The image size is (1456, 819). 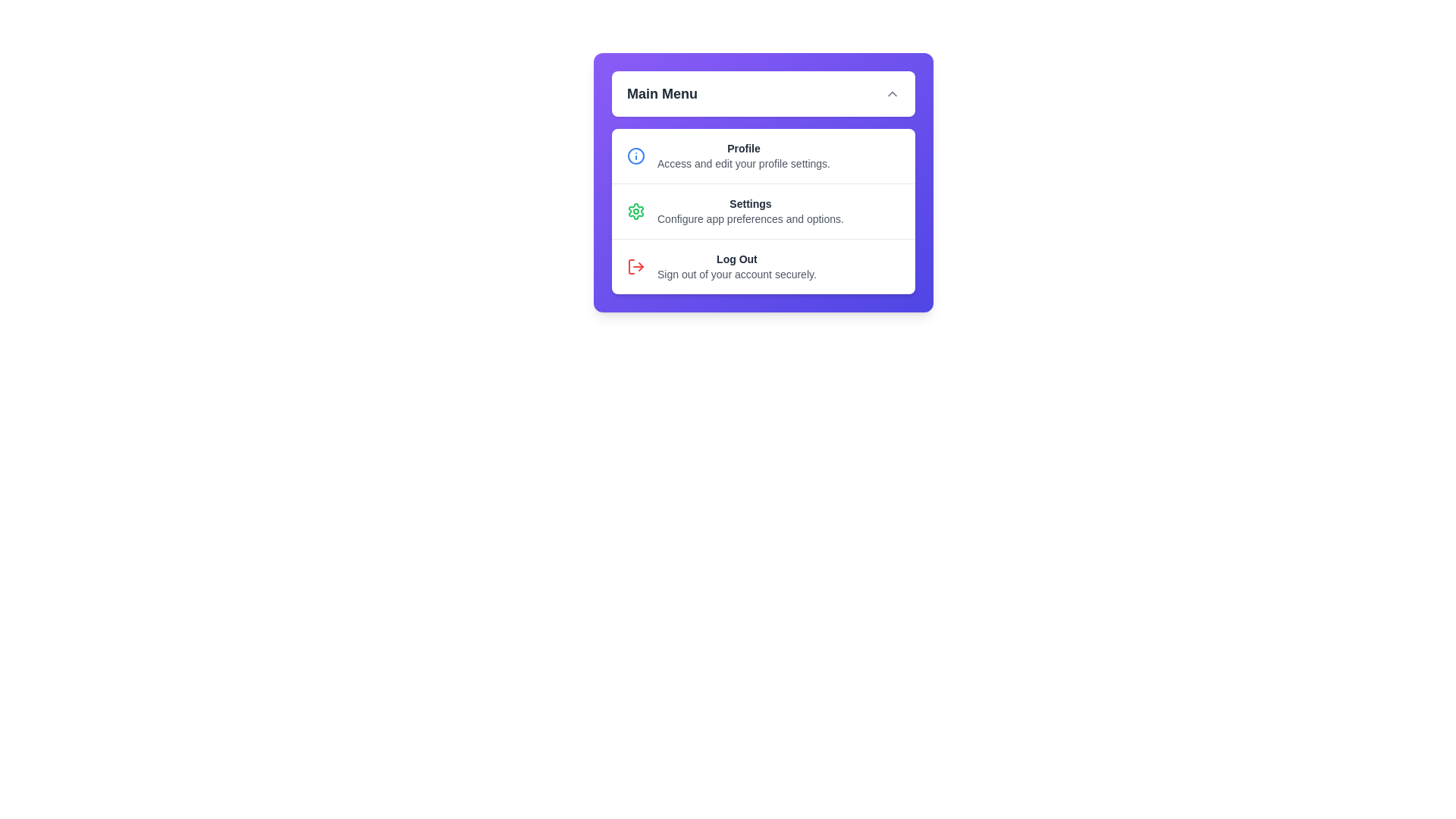 What do you see at coordinates (636, 211) in the screenshot?
I see `the icon next to the Settings menu item` at bounding box center [636, 211].